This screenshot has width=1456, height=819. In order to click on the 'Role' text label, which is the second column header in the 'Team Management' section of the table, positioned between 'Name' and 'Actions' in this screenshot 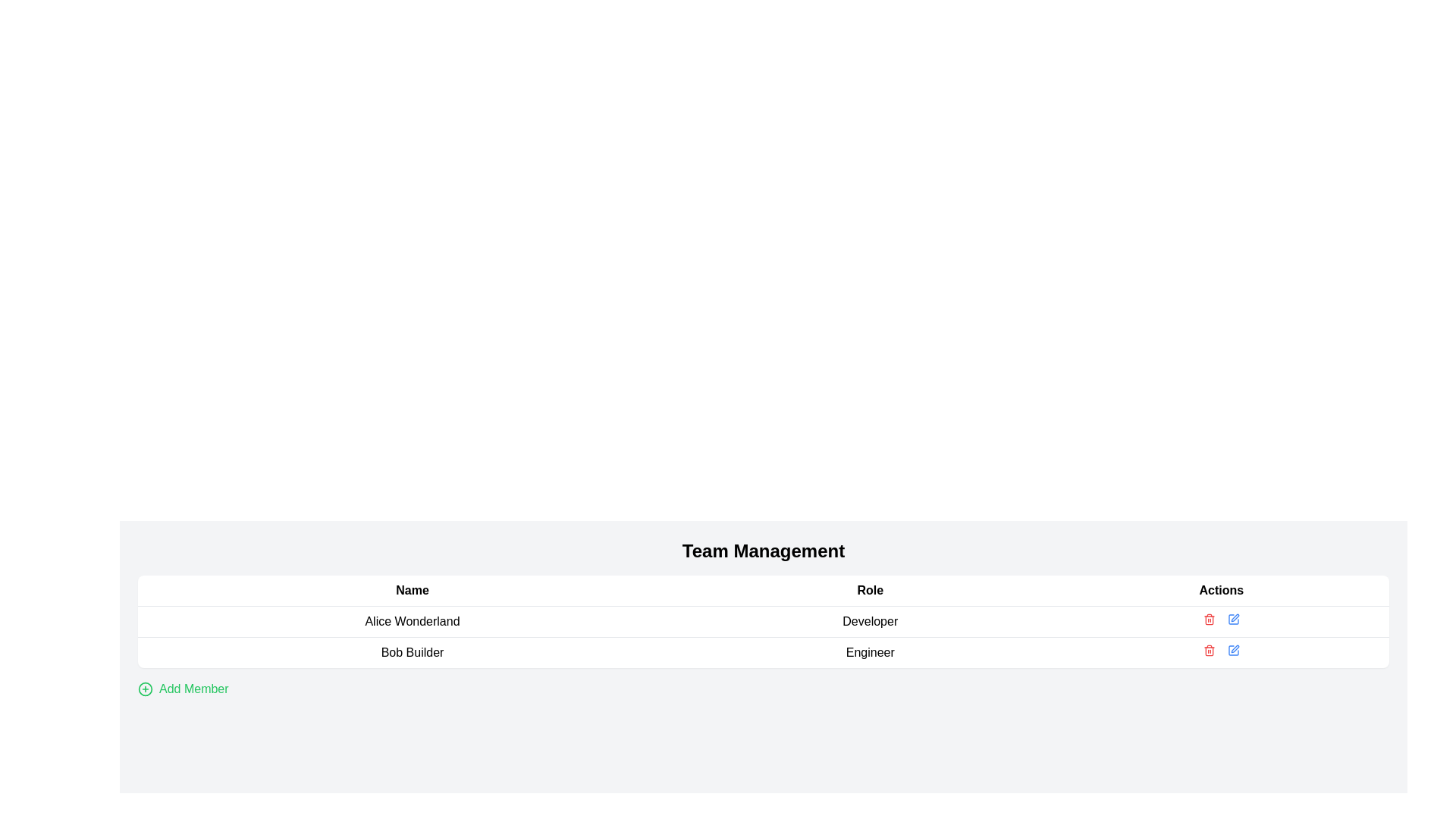, I will do `click(870, 590)`.